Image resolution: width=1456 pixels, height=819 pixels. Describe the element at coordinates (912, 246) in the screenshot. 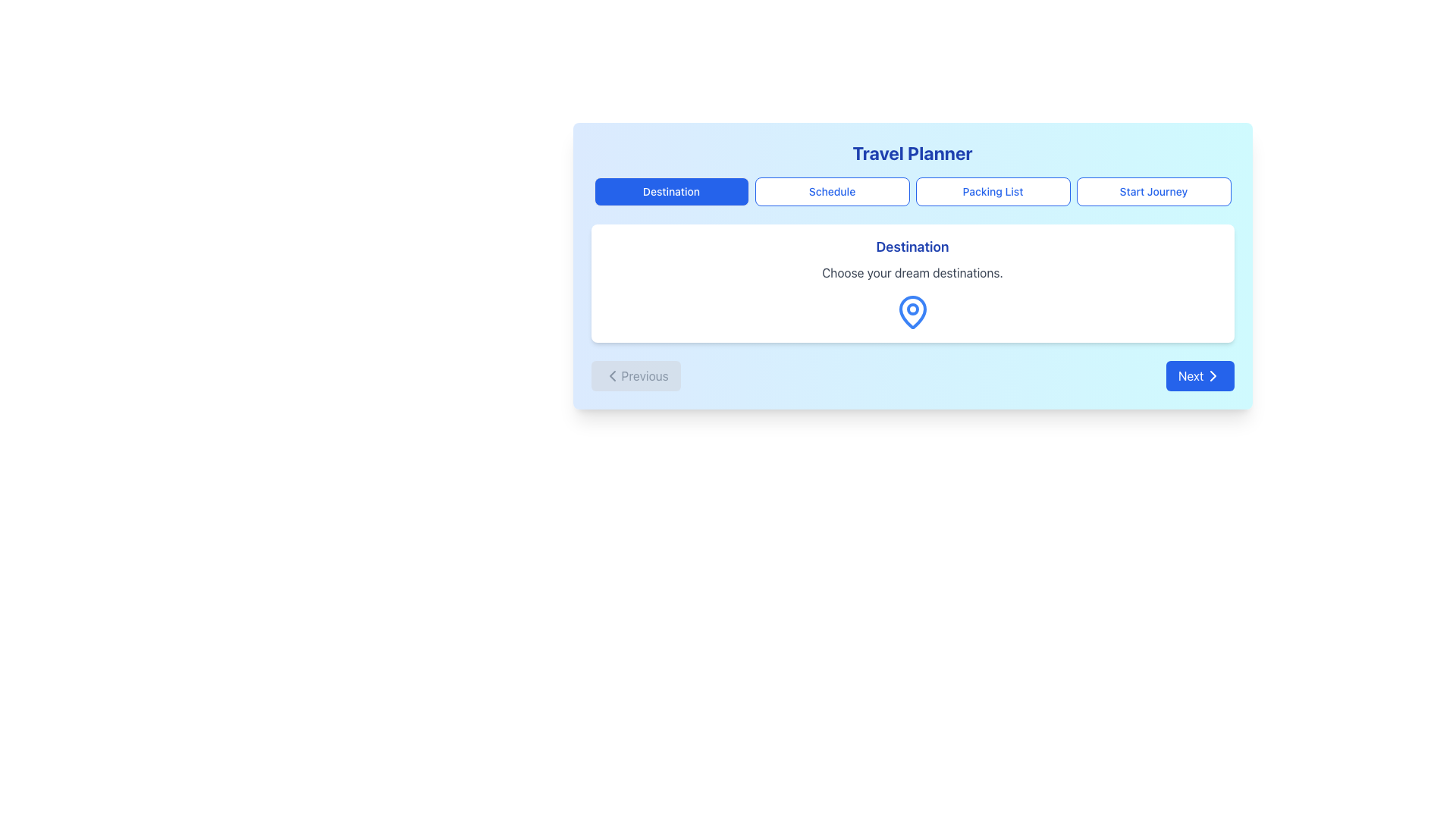

I see `bold text label 'Destination' that is styled in a large blue font and located at the top center of the card` at that location.